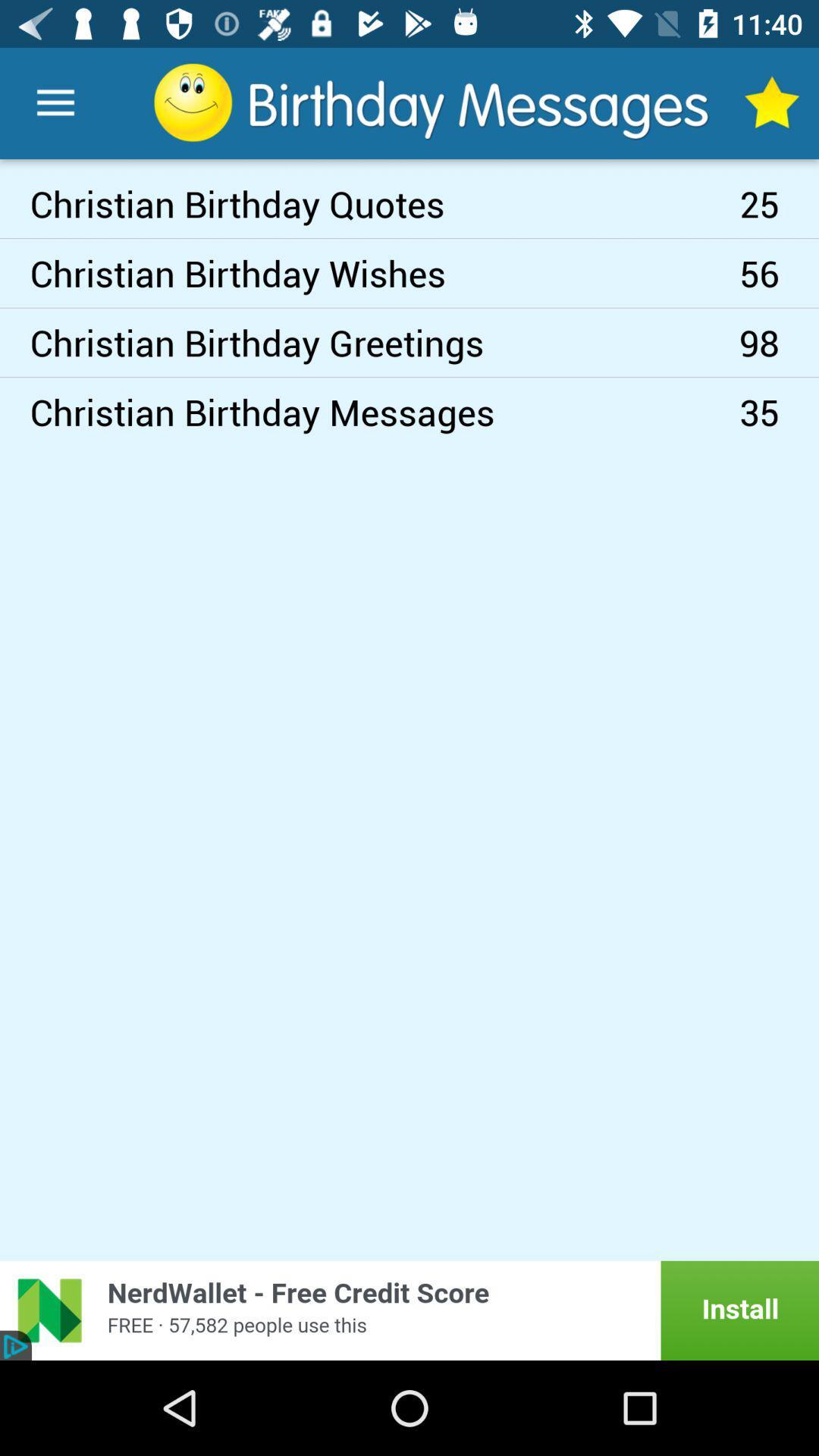 This screenshot has width=819, height=1456. What do you see at coordinates (409, 1310) in the screenshot?
I see `click install nerdwallet` at bounding box center [409, 1310].